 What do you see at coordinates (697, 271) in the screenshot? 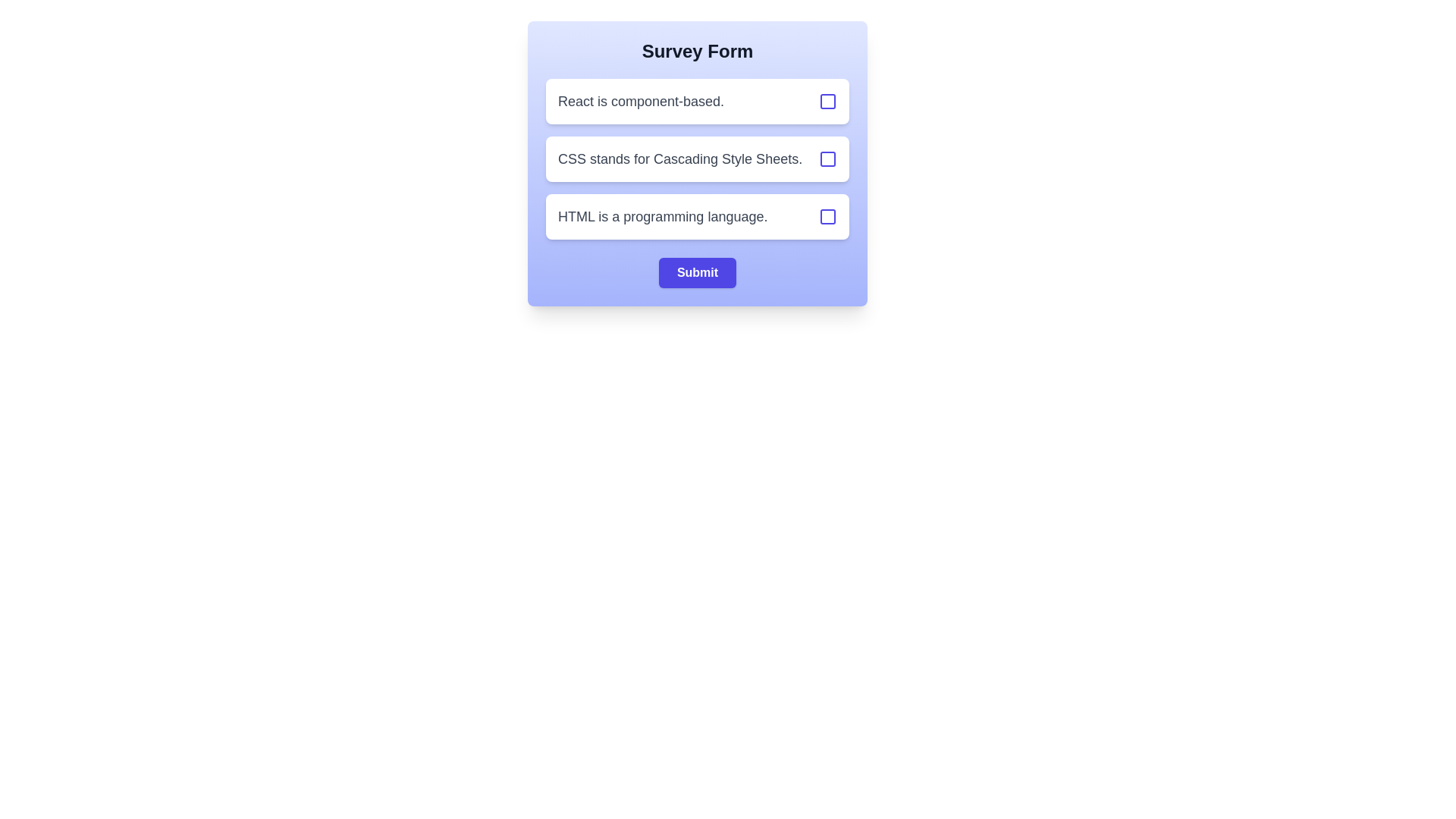
I see `the 'Submit' button to submit the survey` at bounding box center [697, 271].